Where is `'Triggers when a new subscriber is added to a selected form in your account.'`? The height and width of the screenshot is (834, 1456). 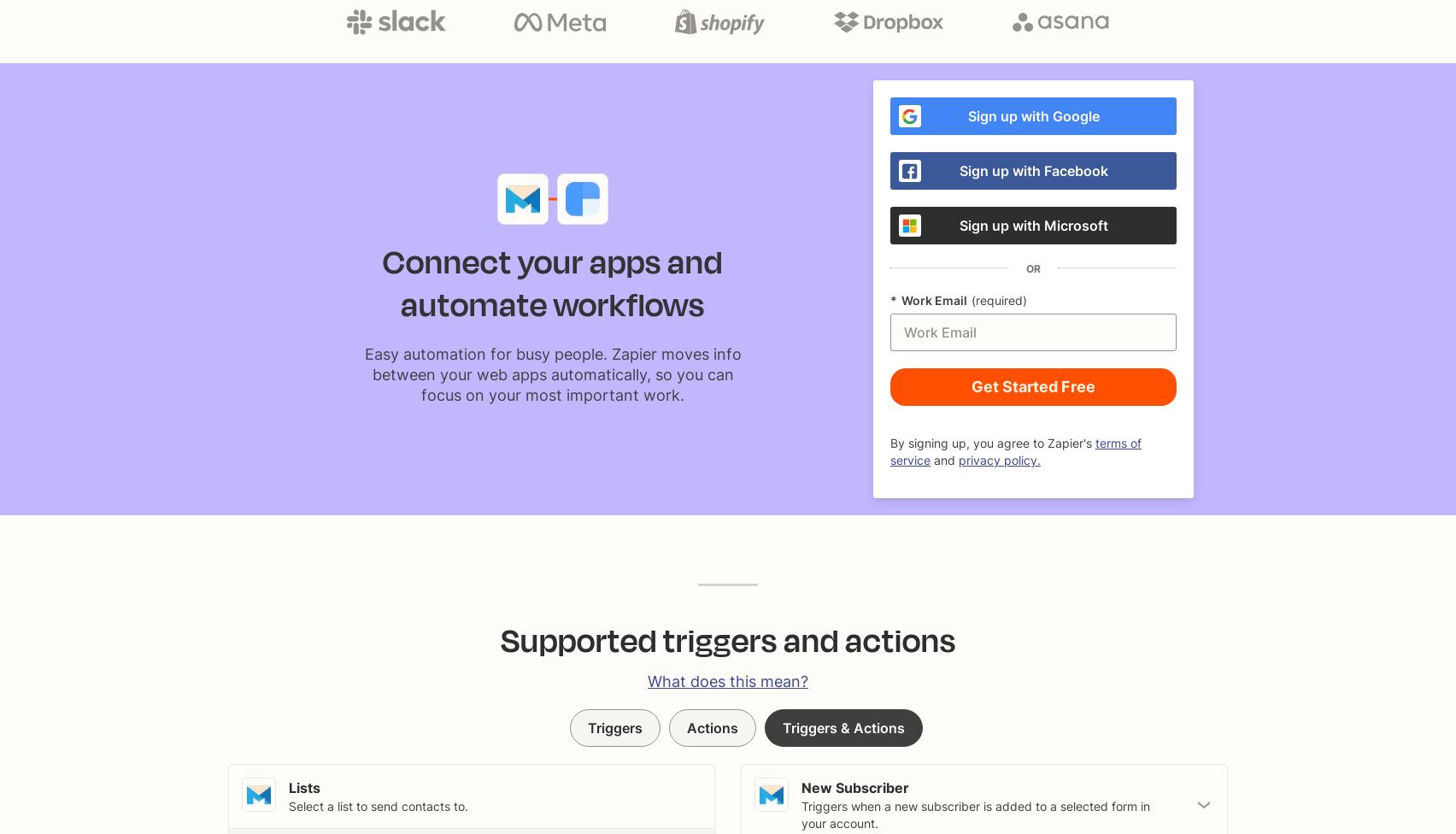 'Triggers when a new subscriber is added to a selected form in your account.' is located at coordinates (801, 813).